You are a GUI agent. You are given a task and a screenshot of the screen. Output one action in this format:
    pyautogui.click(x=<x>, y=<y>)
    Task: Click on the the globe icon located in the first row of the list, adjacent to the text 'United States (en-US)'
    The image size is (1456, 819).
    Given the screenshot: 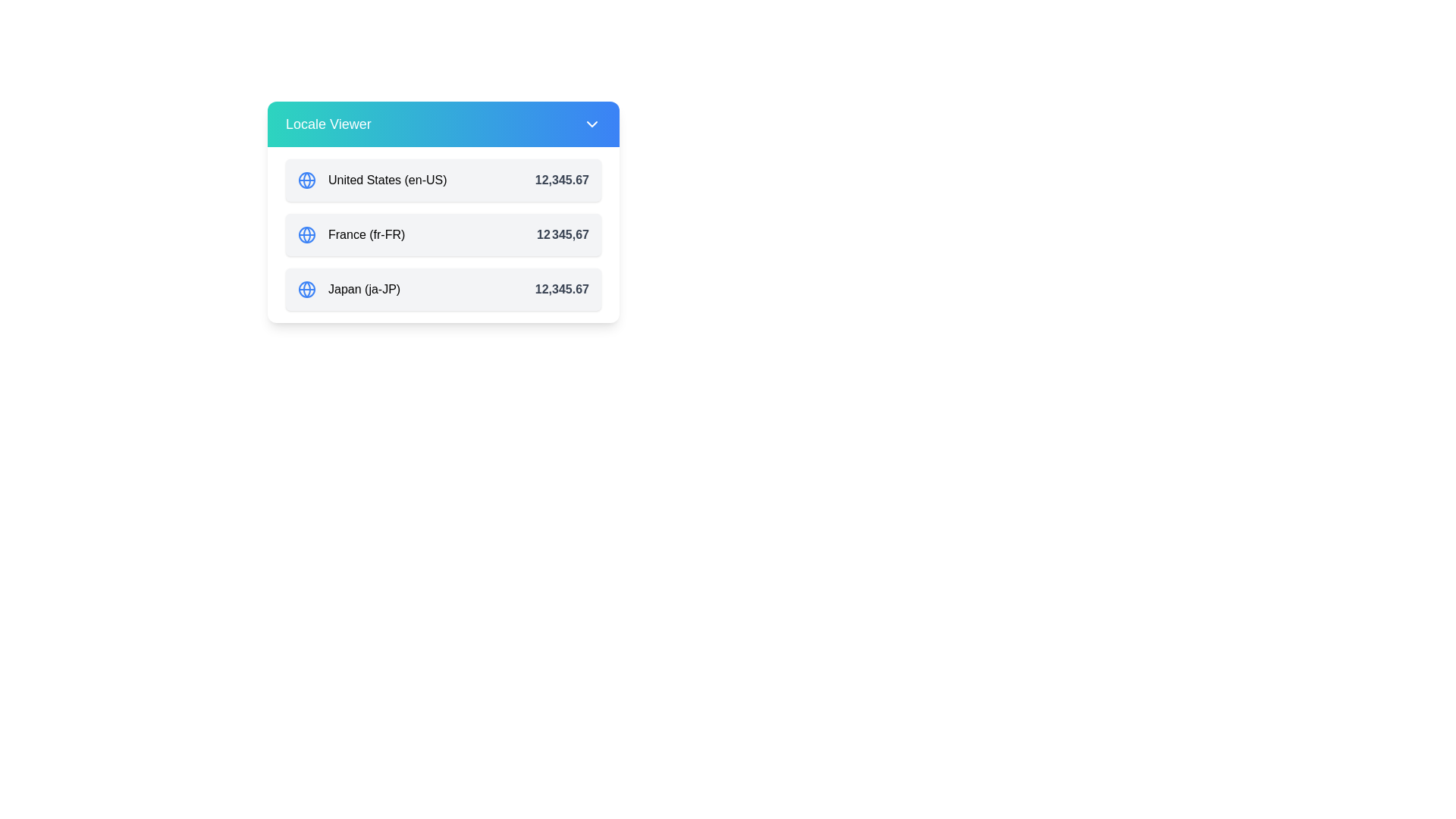 What is the action you would take?
    pyautogui.click(x=306, y=289)
    